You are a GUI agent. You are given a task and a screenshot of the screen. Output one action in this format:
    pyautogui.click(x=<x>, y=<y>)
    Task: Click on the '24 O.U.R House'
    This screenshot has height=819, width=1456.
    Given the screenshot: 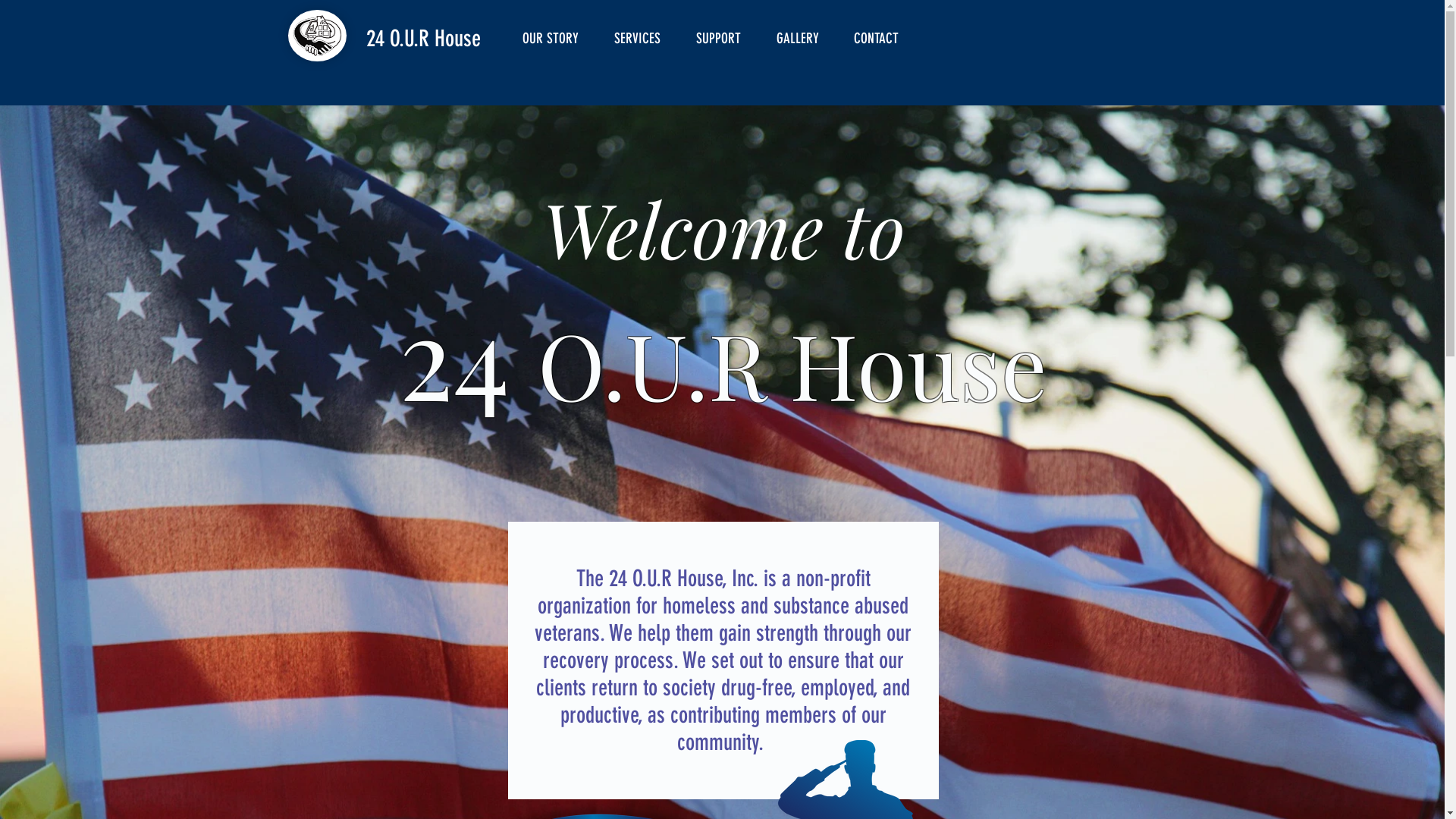 What is the action you would take?
    pyautogui.click(x=422, y=37)
    